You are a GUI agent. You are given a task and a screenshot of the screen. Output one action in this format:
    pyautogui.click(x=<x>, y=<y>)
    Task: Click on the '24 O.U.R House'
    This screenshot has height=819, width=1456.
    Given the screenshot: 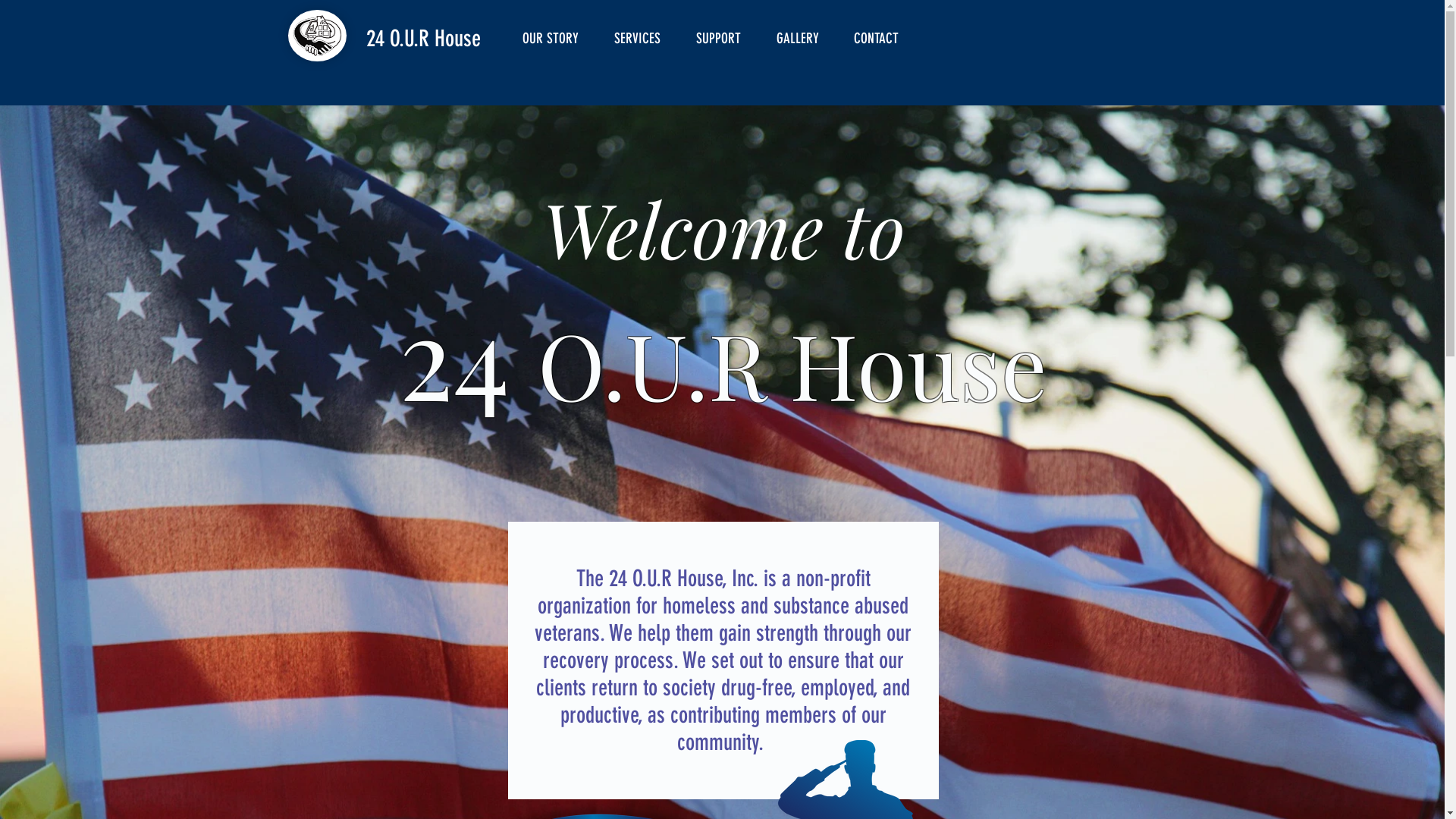 What is the action you would take?
    pyautogui.click(x=422, y=37)
    